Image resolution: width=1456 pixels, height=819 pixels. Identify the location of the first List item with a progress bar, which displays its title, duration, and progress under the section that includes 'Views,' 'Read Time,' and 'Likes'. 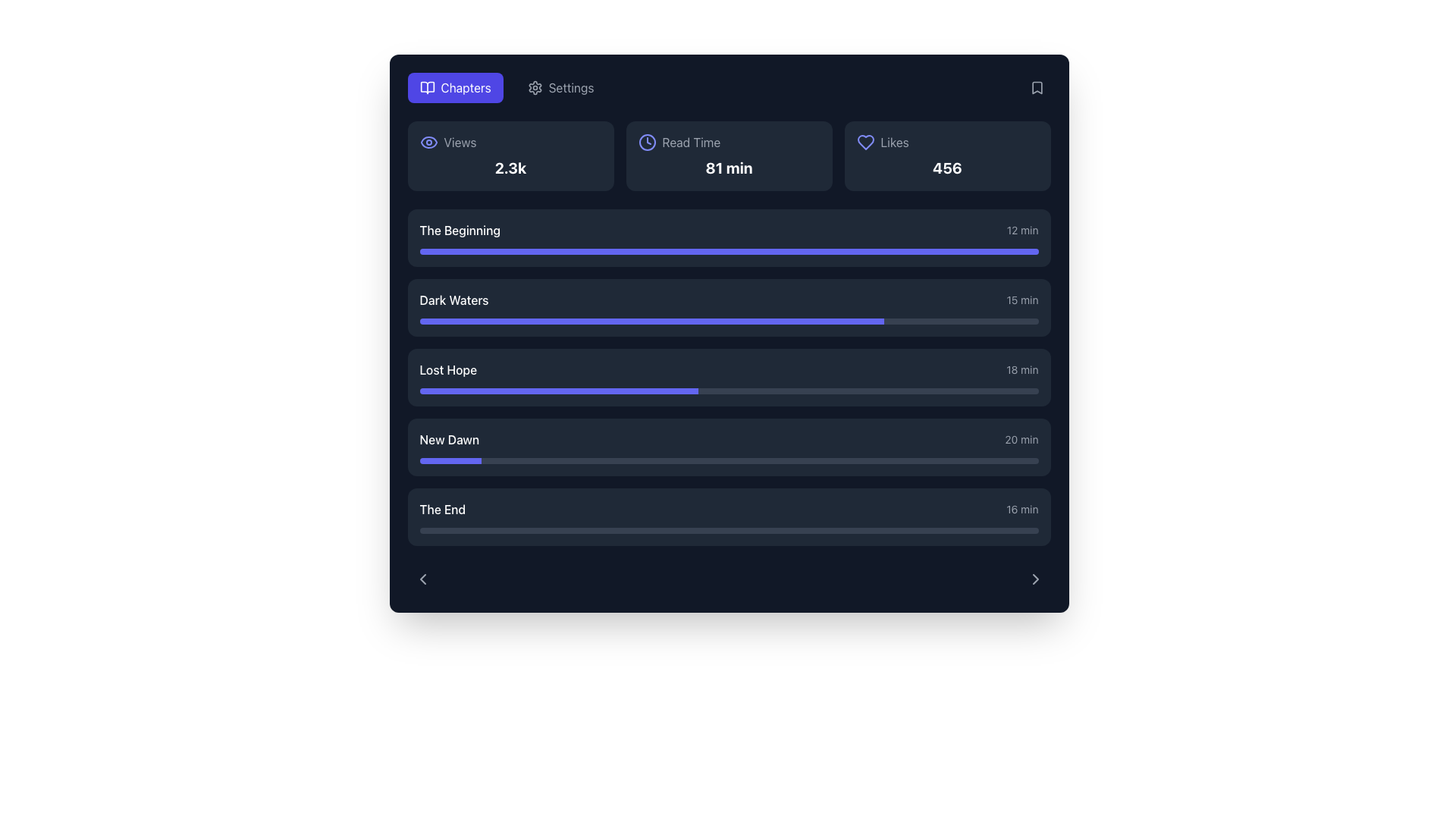
(729, 237).